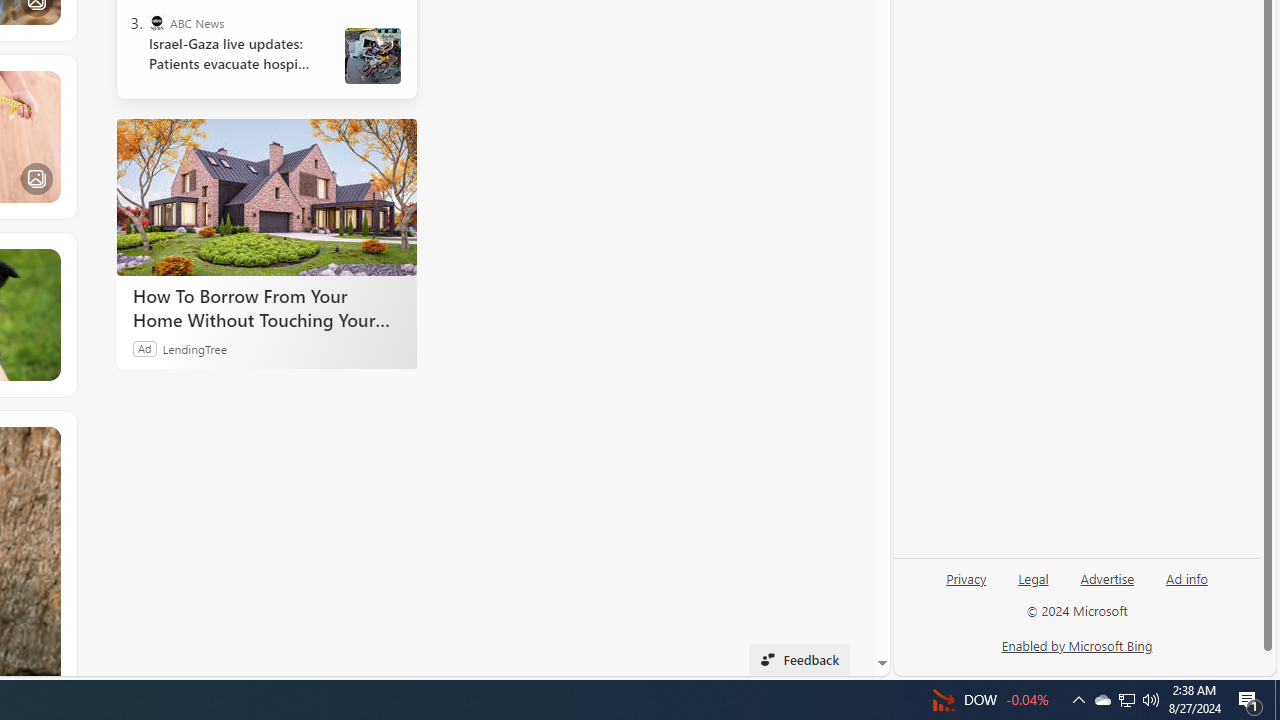 The width and height of the screenshot is (1280, 720). What do you see at coordinates (1106, 577) in the screenshot?
I see `'Advertise'` at bounding box center [1106, 577].